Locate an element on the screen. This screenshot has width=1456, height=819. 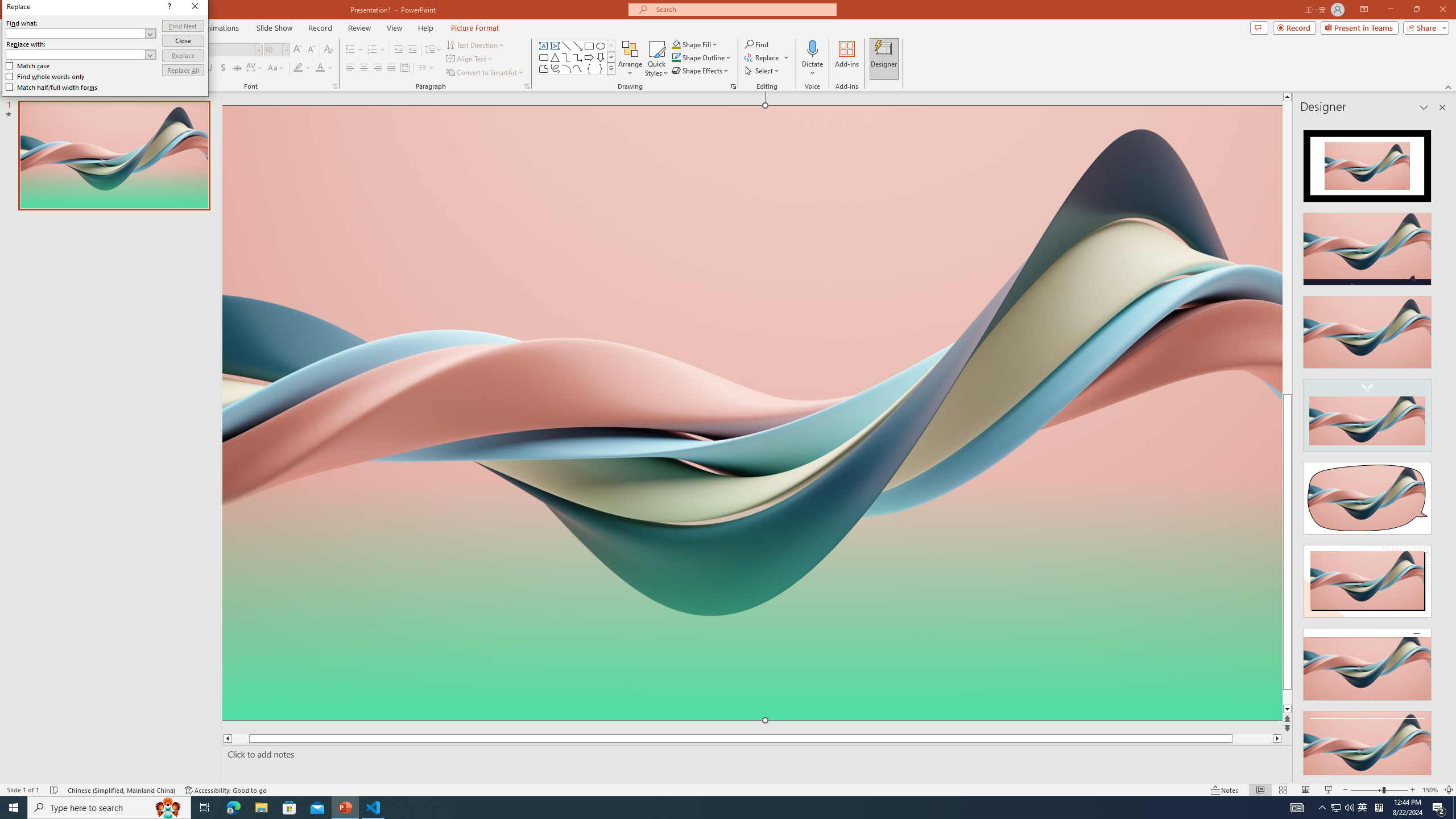
'Rectangle: Rounded Corners' is located at coordinates (543, 56).